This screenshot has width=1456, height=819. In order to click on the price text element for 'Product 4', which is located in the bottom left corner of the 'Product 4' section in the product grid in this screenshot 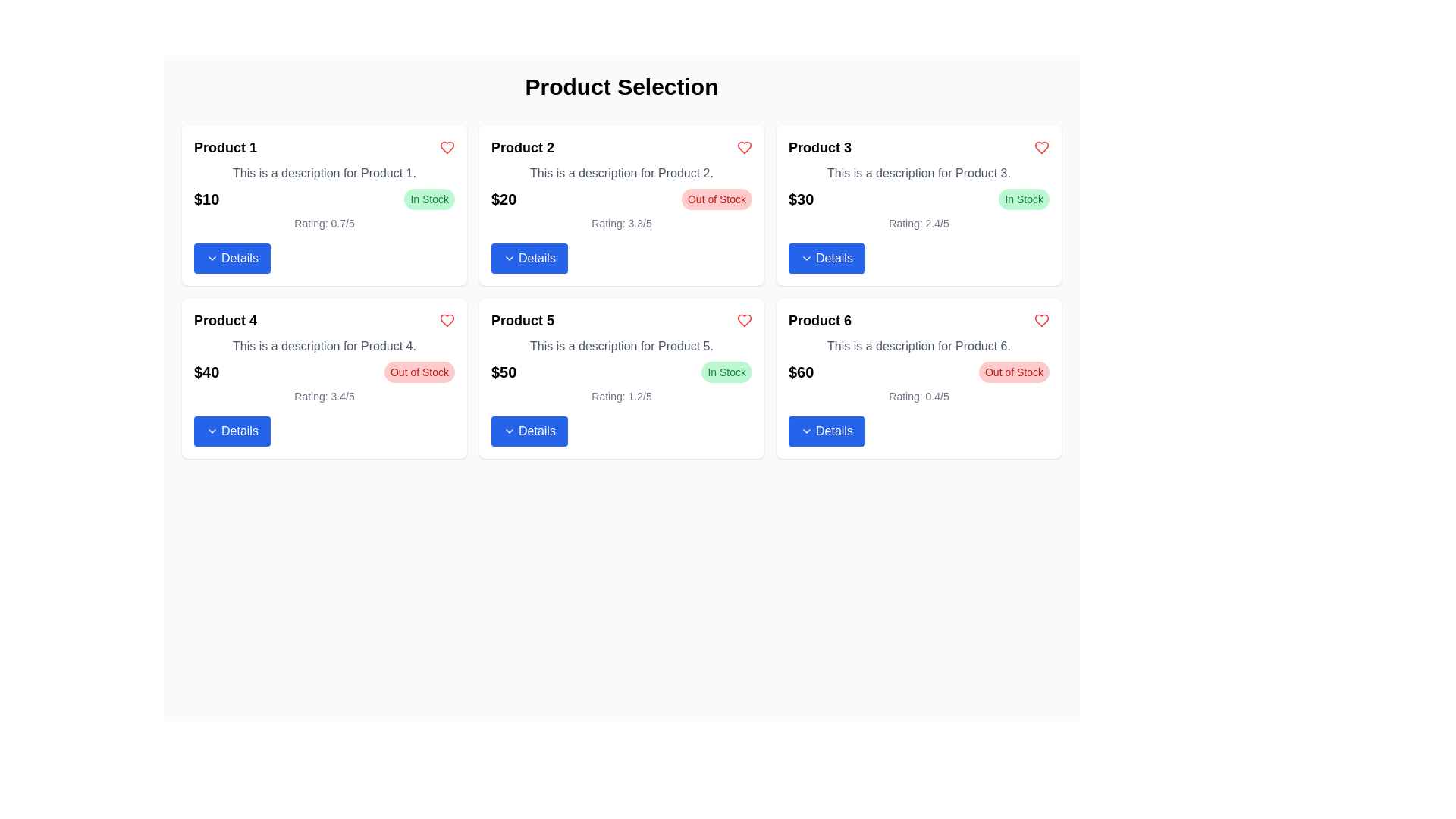, I will do `click(206, 372)`.